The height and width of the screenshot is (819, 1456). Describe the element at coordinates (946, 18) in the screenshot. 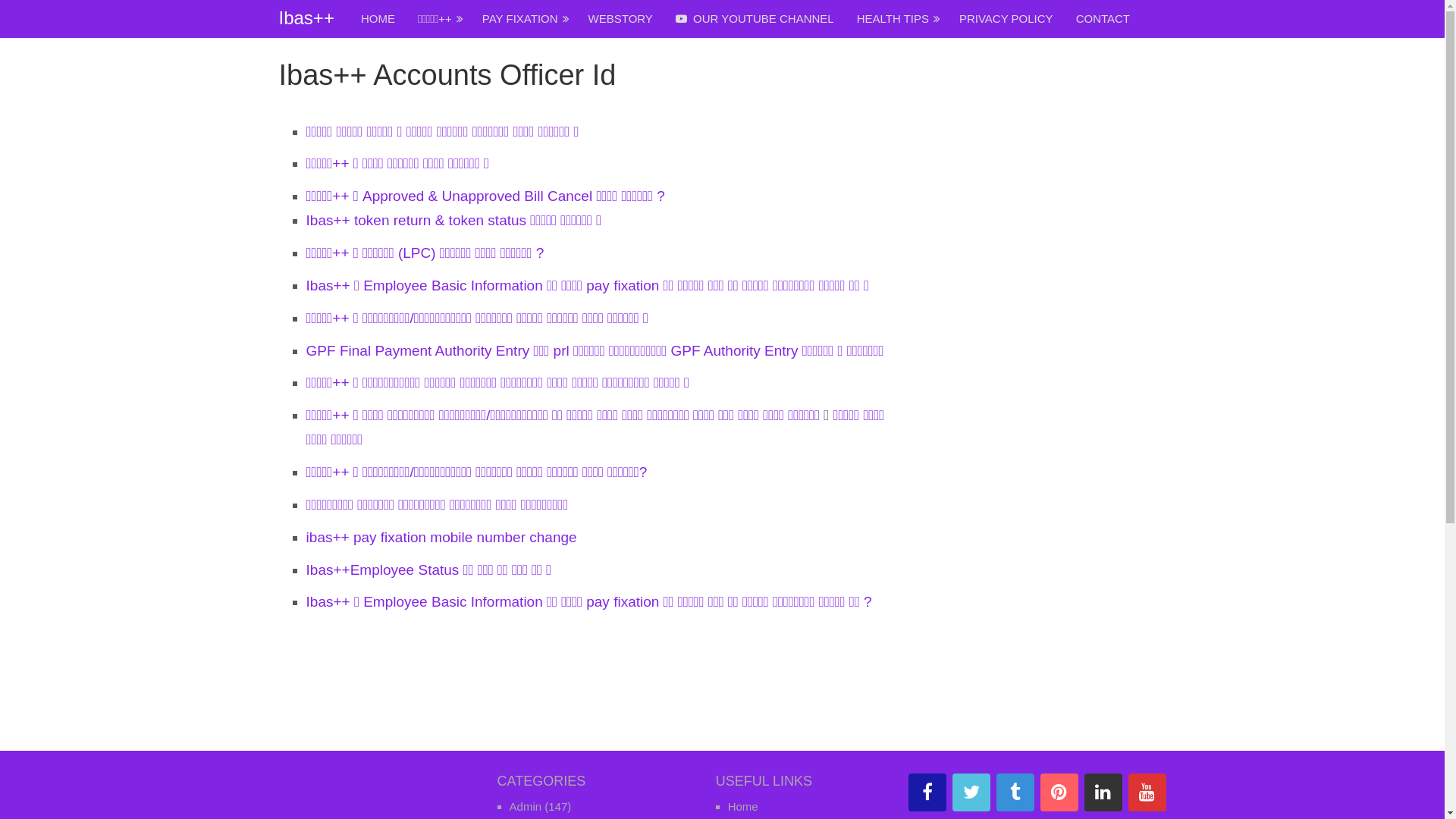

I see `'PRIVACY POLICY'` at that location.